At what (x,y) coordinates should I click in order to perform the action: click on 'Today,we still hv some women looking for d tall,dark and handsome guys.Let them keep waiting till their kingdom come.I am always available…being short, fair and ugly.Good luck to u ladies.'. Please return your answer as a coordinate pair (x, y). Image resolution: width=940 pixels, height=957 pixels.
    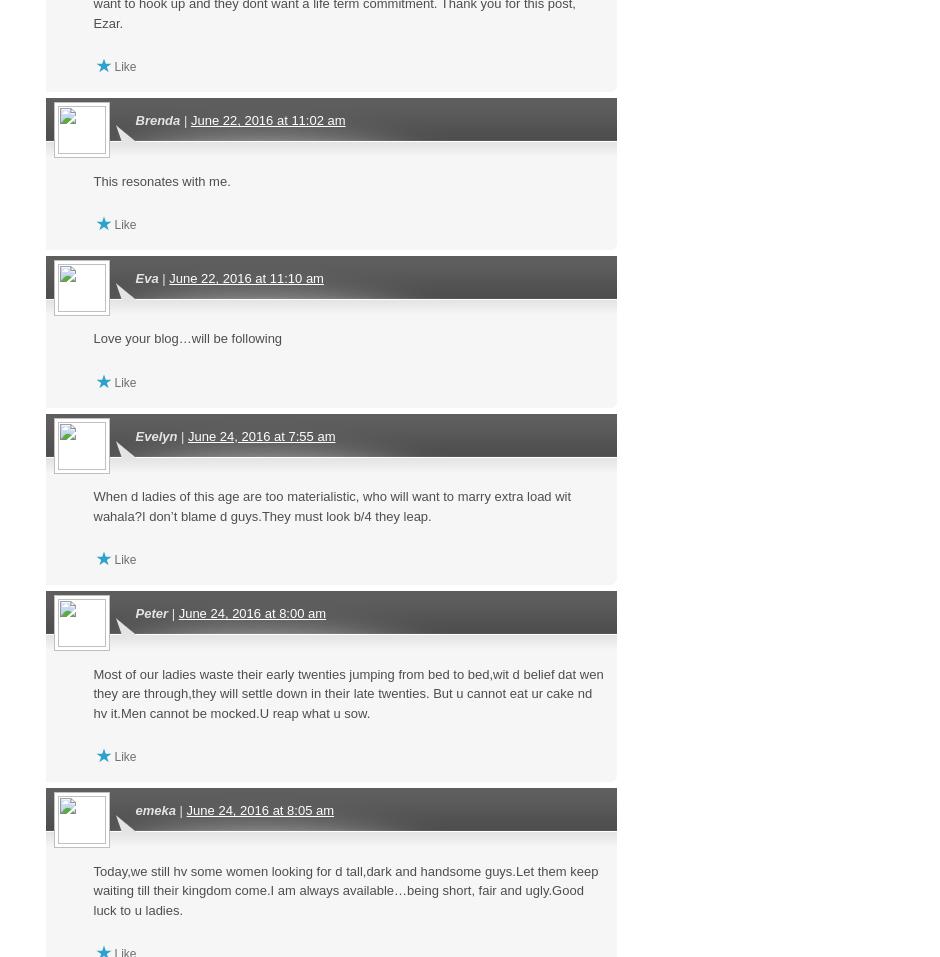
    Looking at the image, I should click on (345, 890).